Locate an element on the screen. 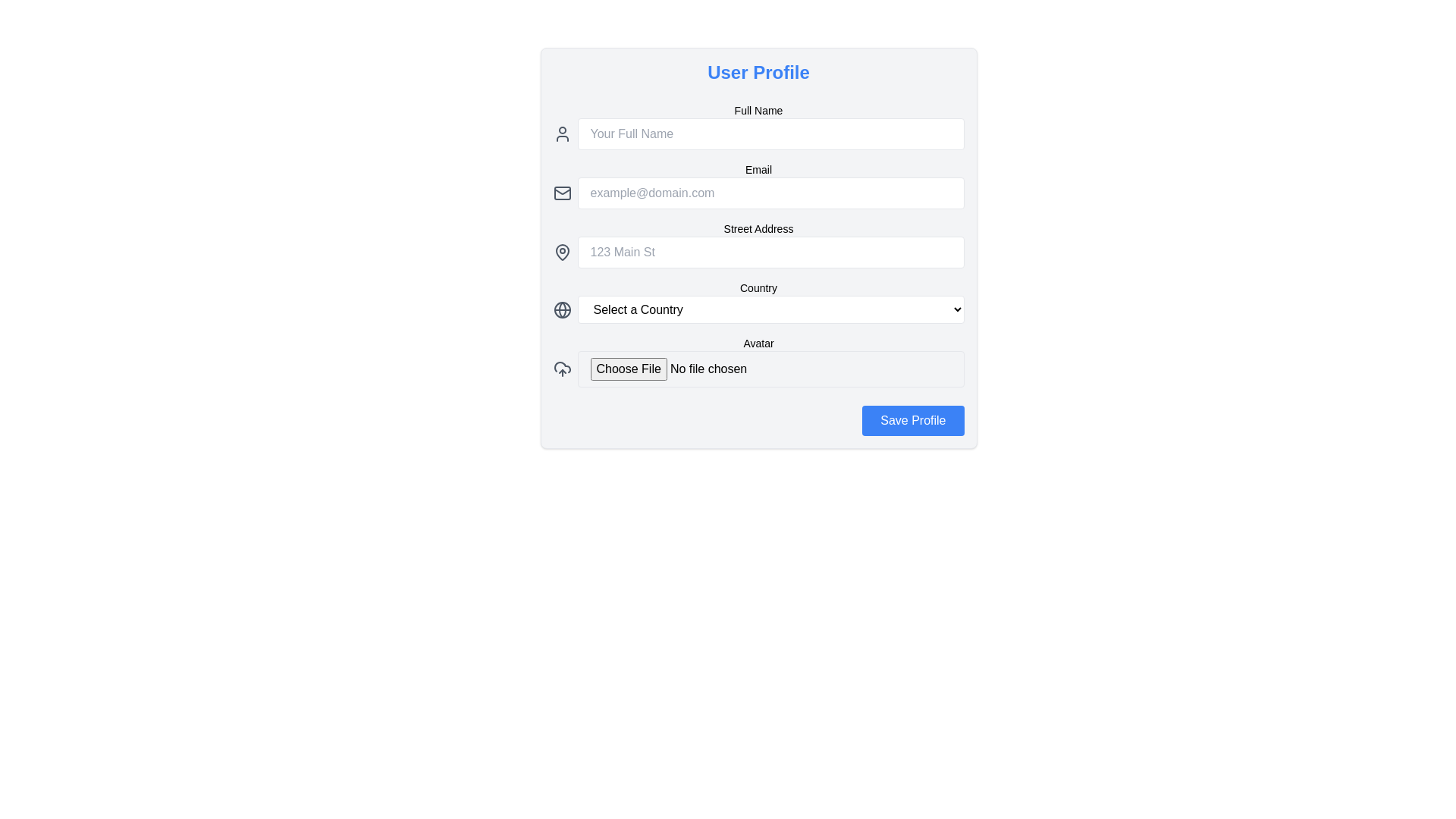 Image resolution: width=1456 pixels, height=819 pixels. the dropdown menu styled with a white background and rounded corners, displaying 'Select a Country' is located at coordinates (770, 309).